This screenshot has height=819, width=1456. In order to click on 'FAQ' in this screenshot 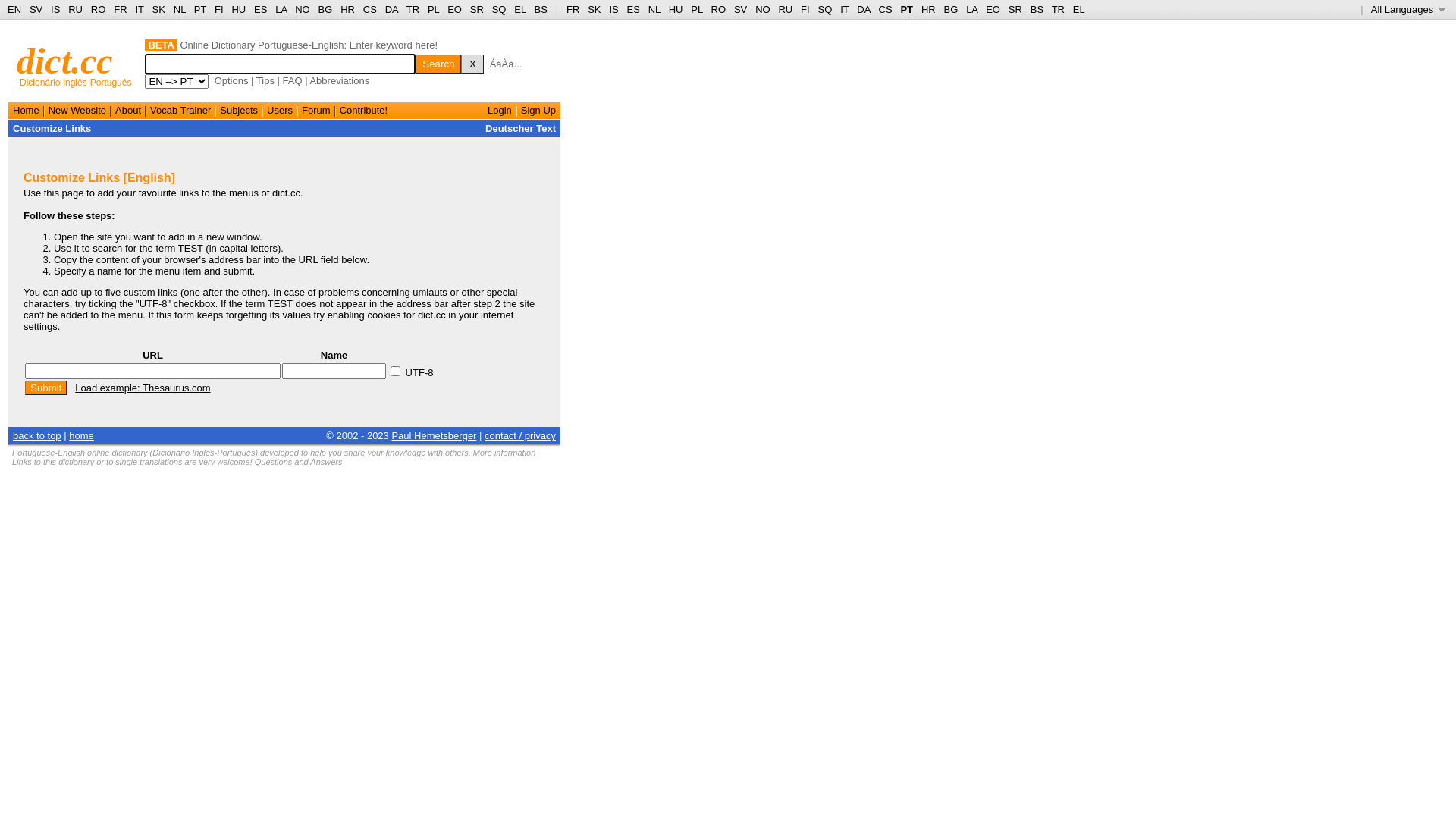, I will do `click(292, 80)`.